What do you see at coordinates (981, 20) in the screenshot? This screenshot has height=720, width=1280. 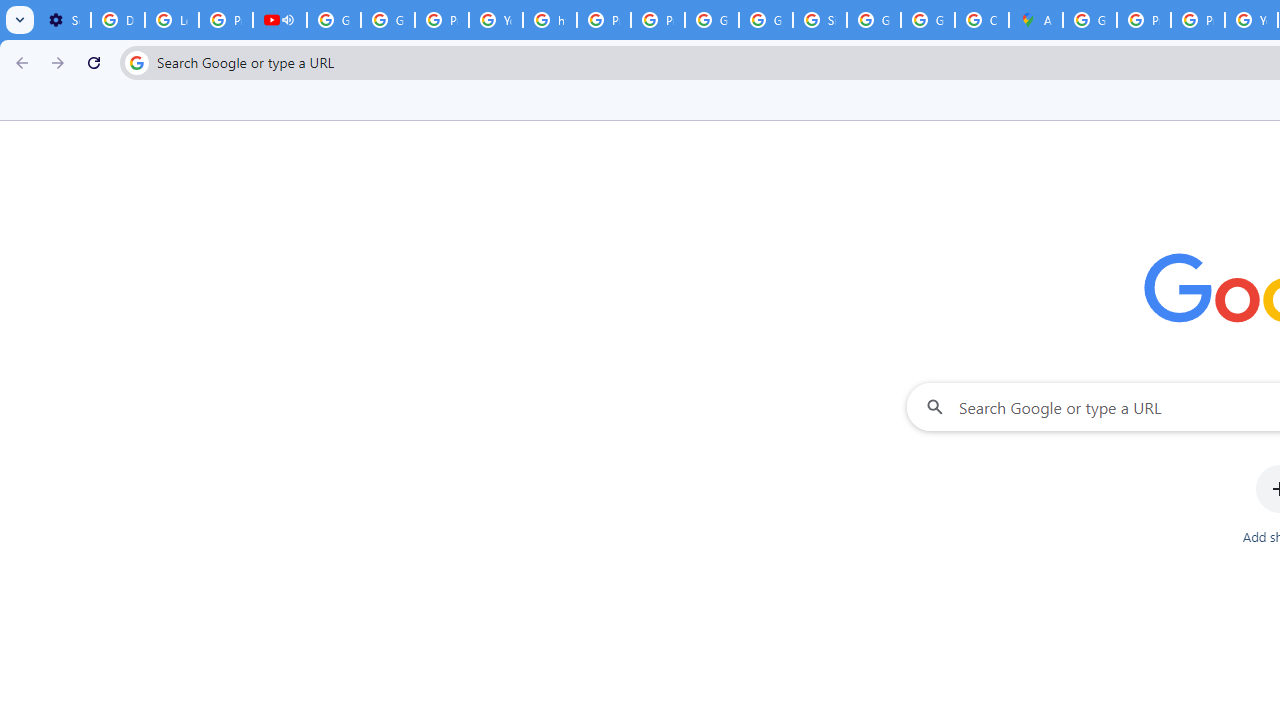 I see `'Create your Google Account'` at bounding box center [981, 20].